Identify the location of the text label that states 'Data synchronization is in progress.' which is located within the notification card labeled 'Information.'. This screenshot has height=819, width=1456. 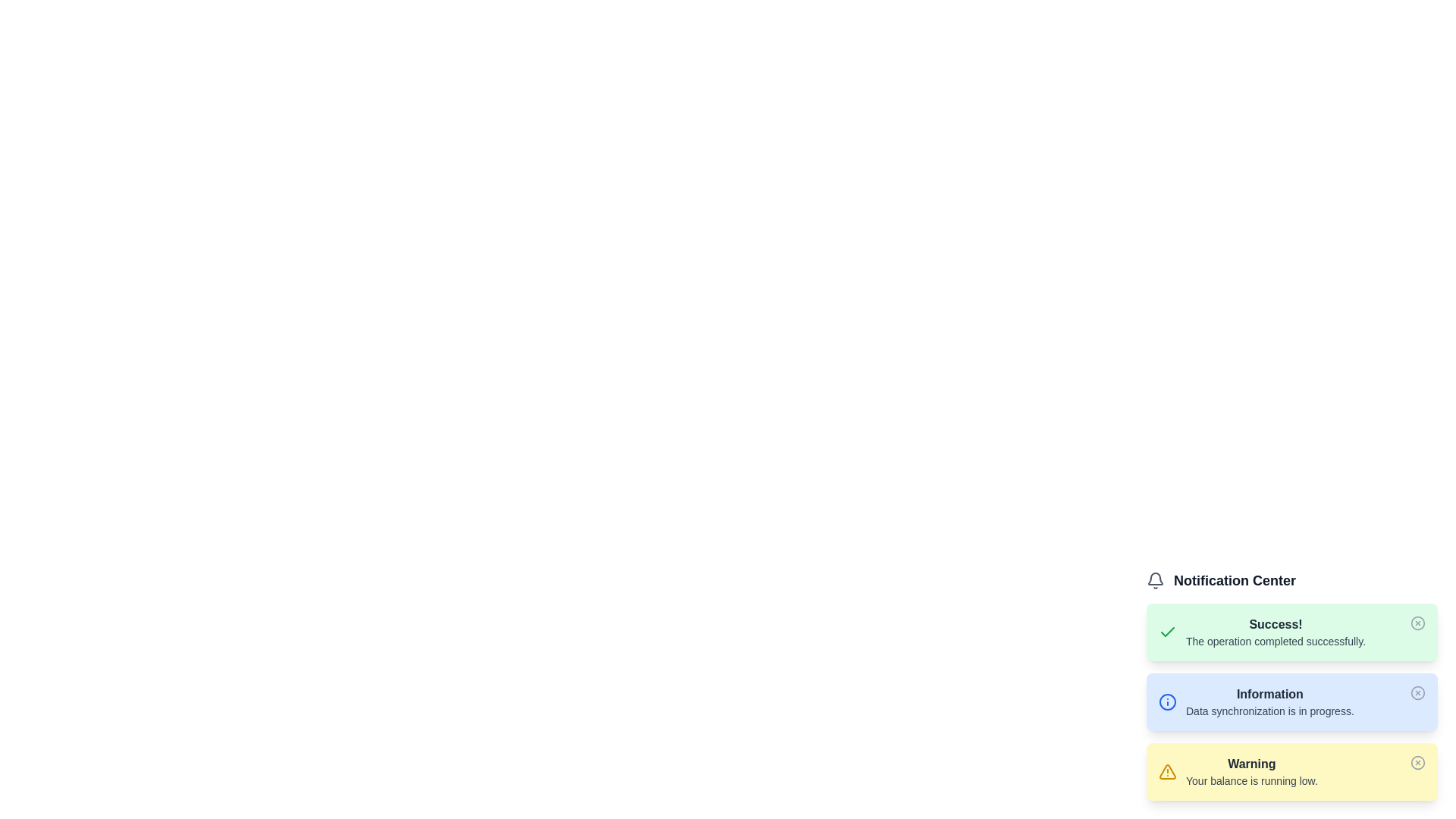
(1269, 711).